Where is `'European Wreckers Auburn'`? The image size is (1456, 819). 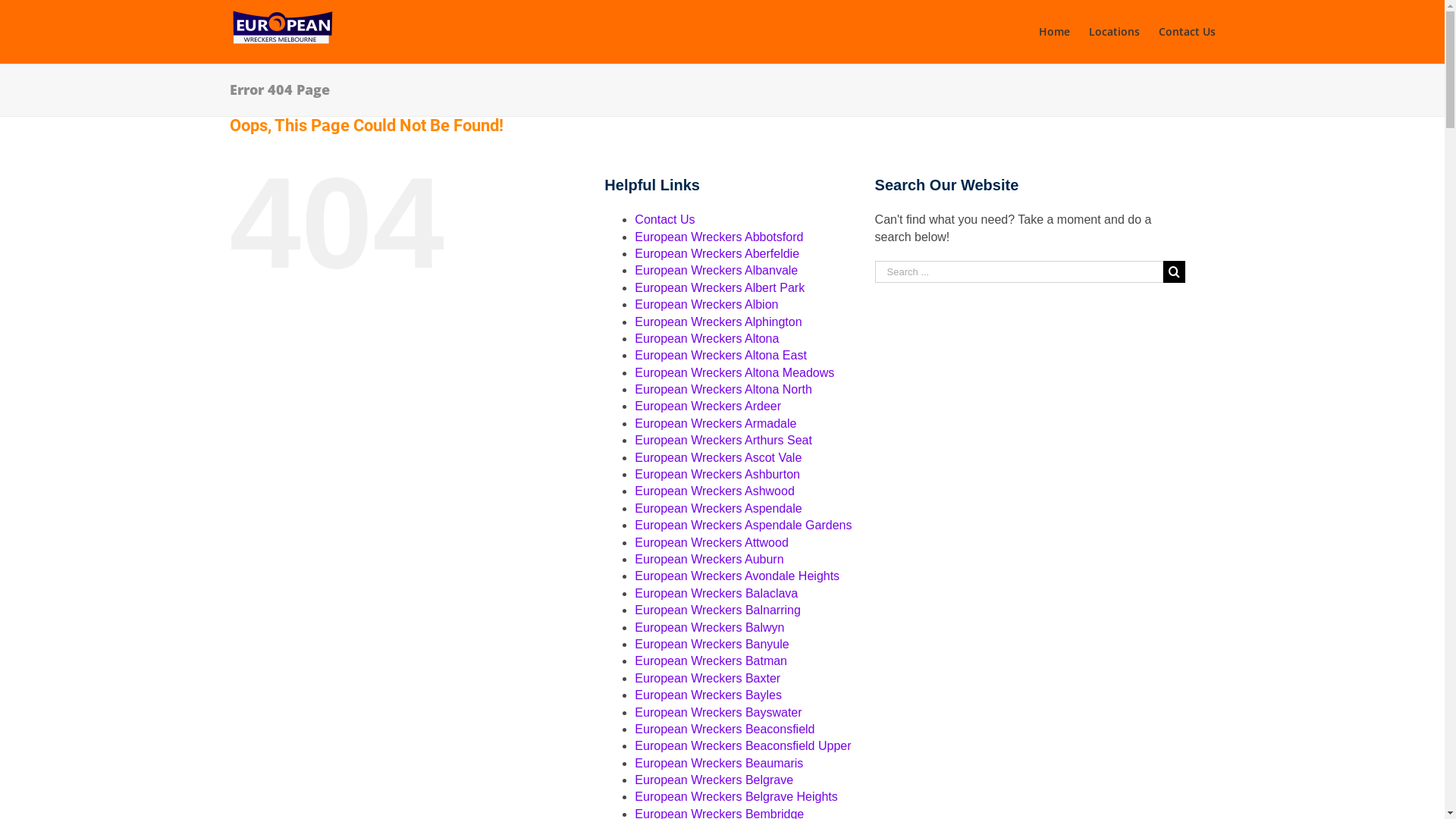 'European Wreckers Auburn' is located at coordinates (708, 559).